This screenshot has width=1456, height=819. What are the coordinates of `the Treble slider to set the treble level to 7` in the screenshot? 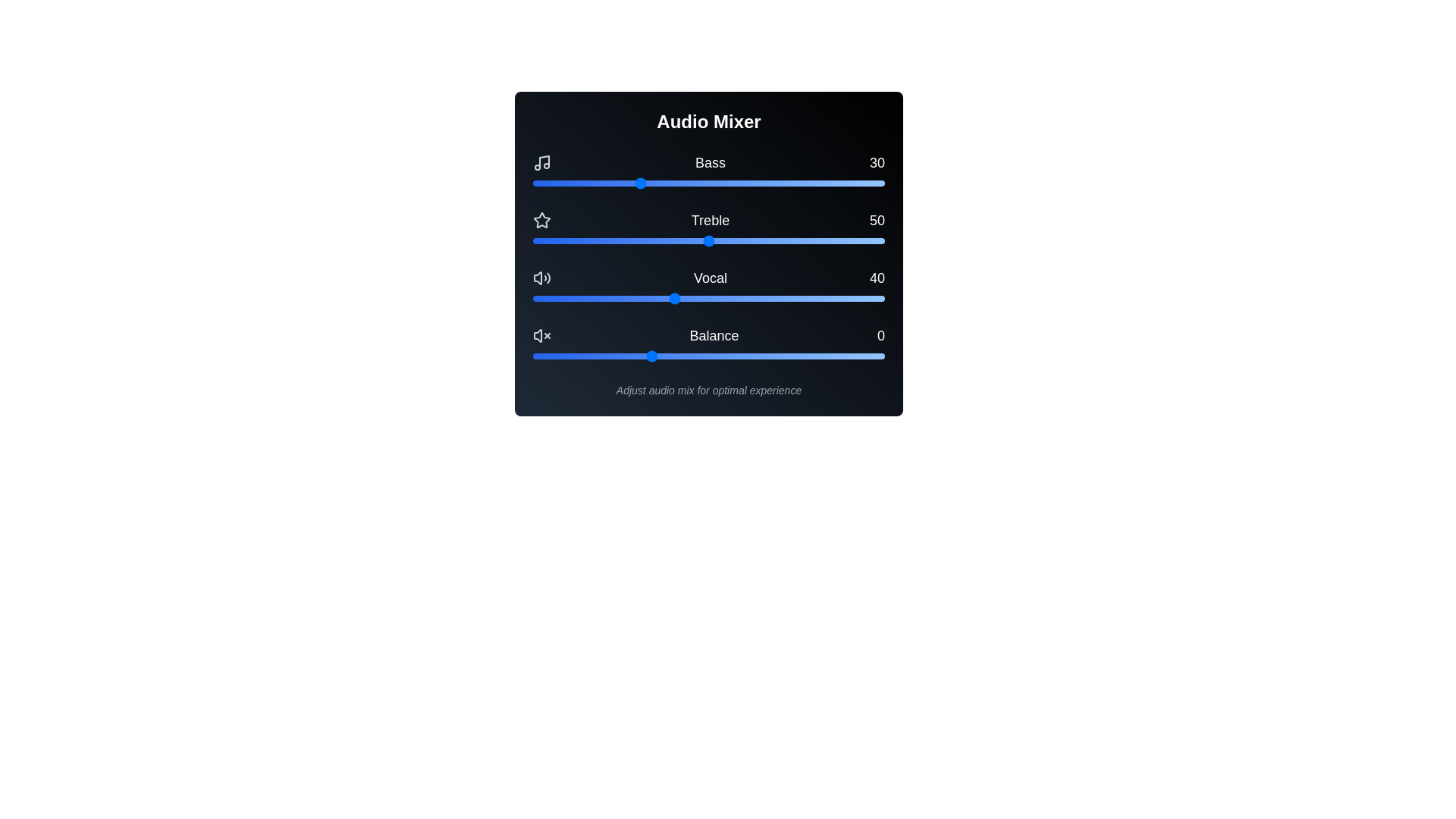 It's located at (557, 240).